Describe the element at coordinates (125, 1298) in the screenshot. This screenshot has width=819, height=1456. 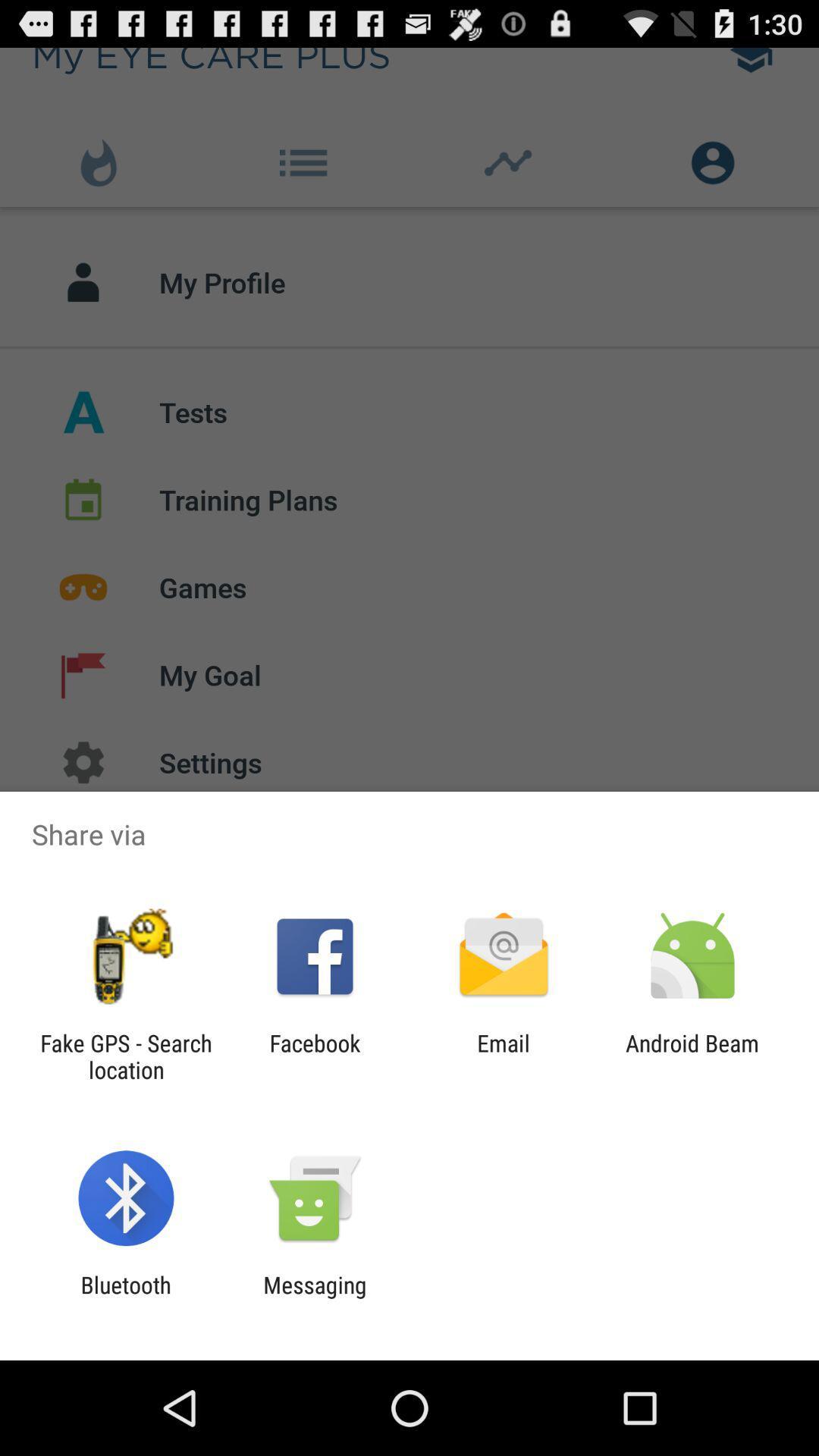
I see `bluetooth app` at that location.